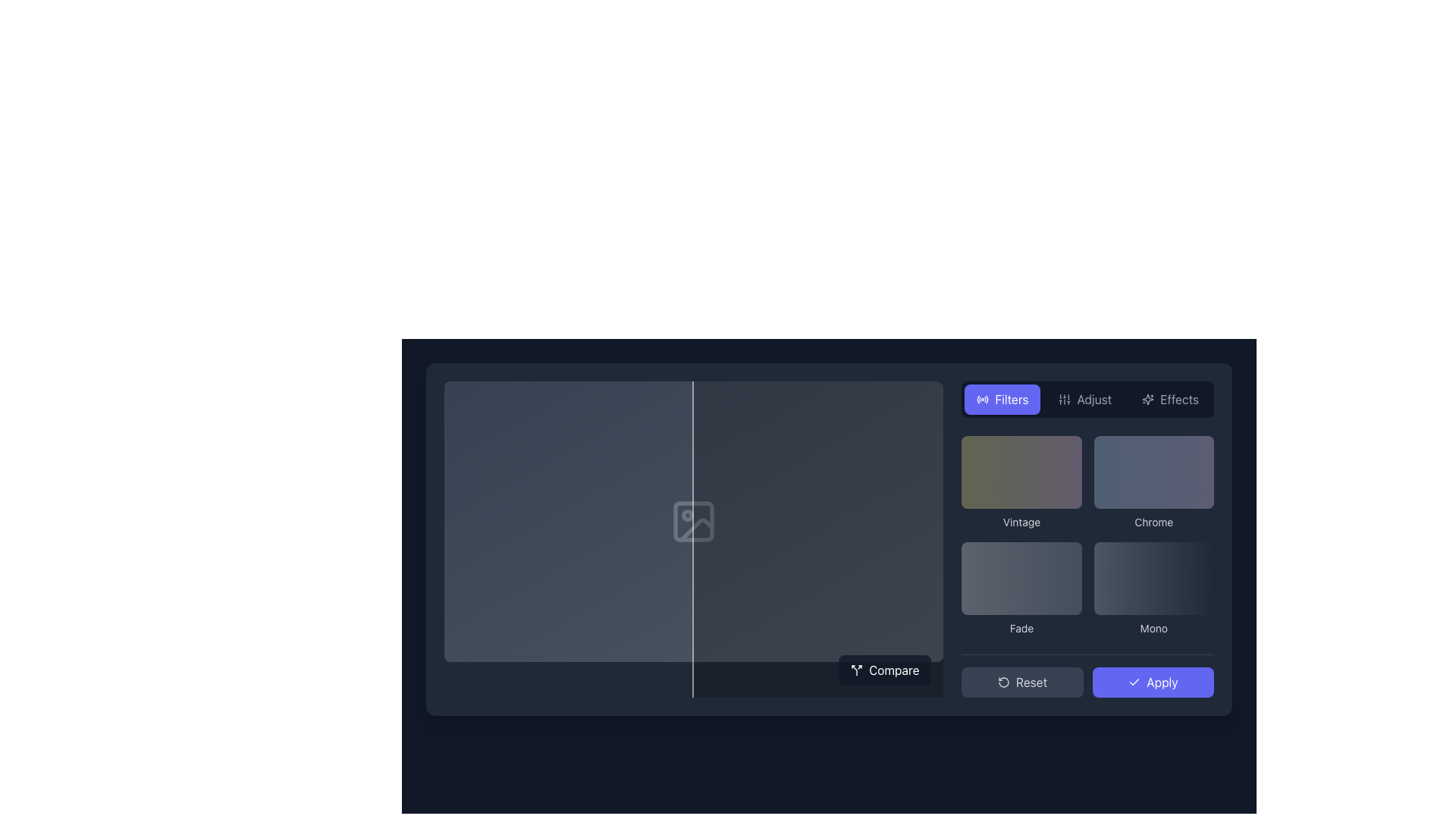 The height and width of the screenshot is (819, 1456). Describe the element at coordinates (1153, 681) in the screenshot. I see `the confirmation button located at the bottom-right corner of the interface to apply changes` at that location.